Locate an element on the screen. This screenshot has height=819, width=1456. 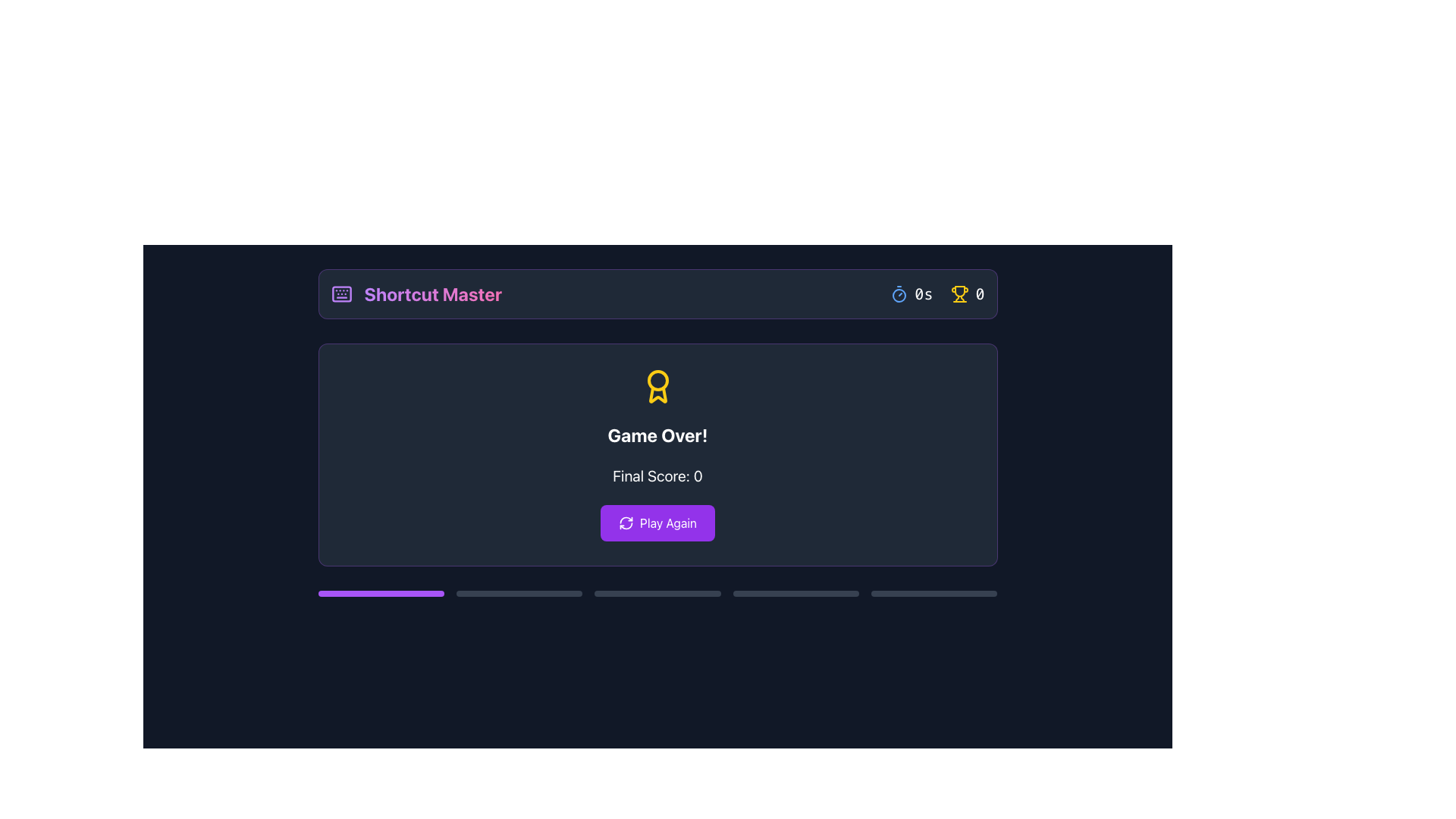
the small yellow trophy icon located in the top-right part of the interface by moving the cursor to its center point is located at coordinates (959, 294).